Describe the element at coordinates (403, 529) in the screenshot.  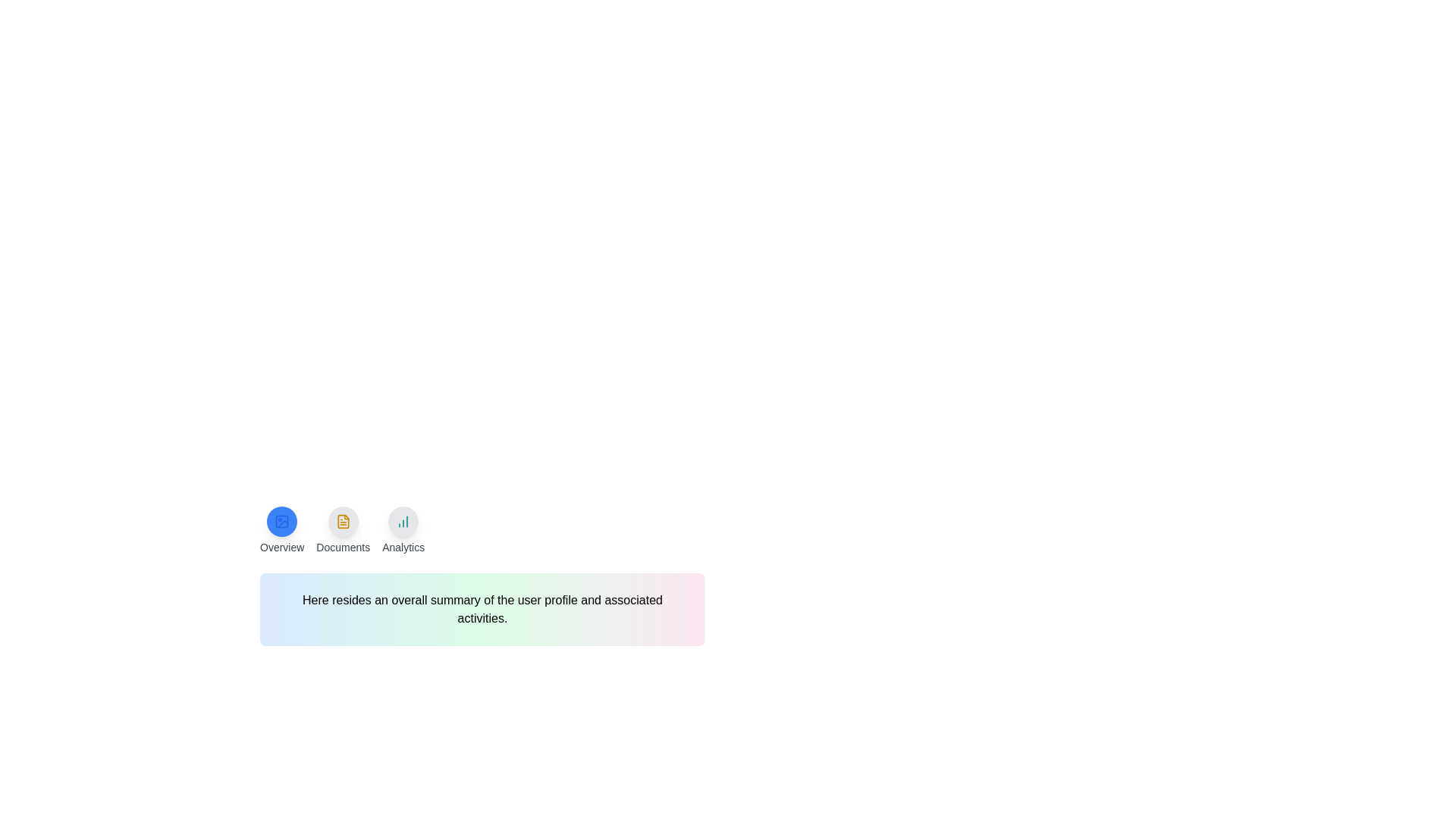
I see `the 'Analytics' navigation button, which is the third button in a horizontal row of three buttons located towards the middle-bottom of the display` at that location.